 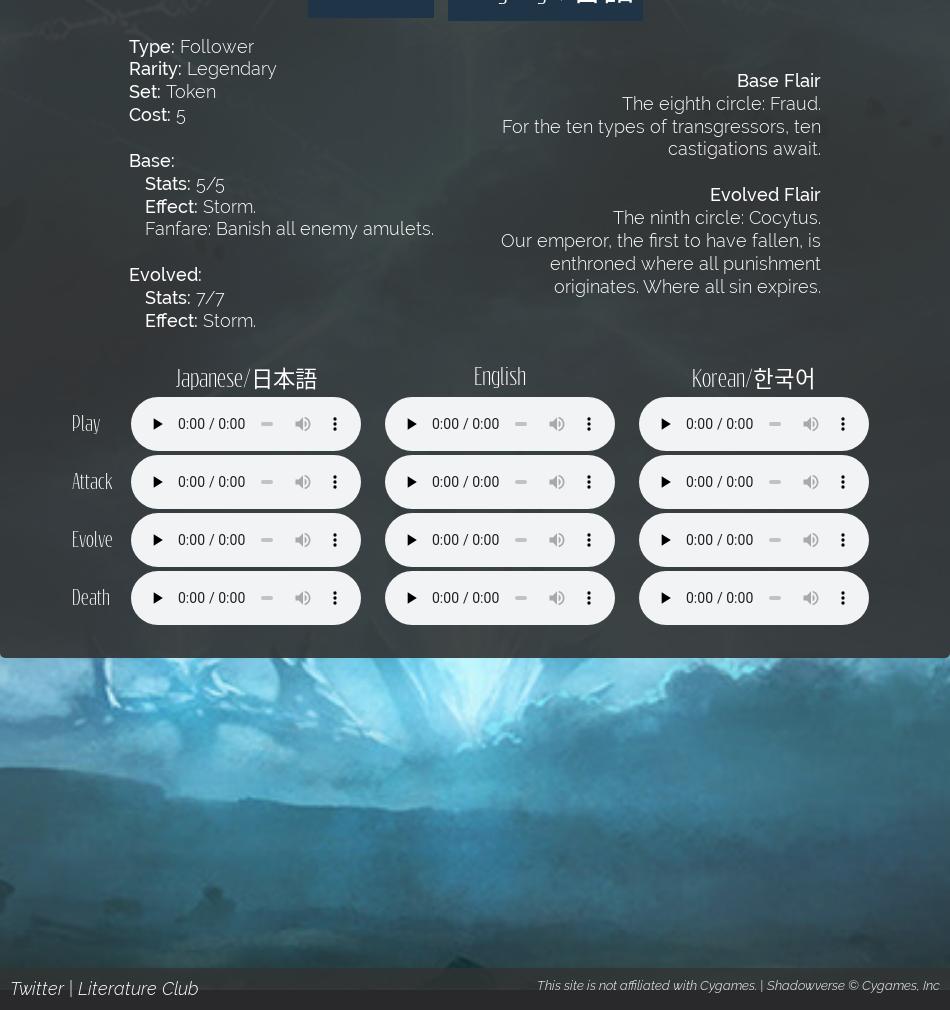 I want to click on 'The ninth circle: Cocytus.', so click(x=715, y=215).